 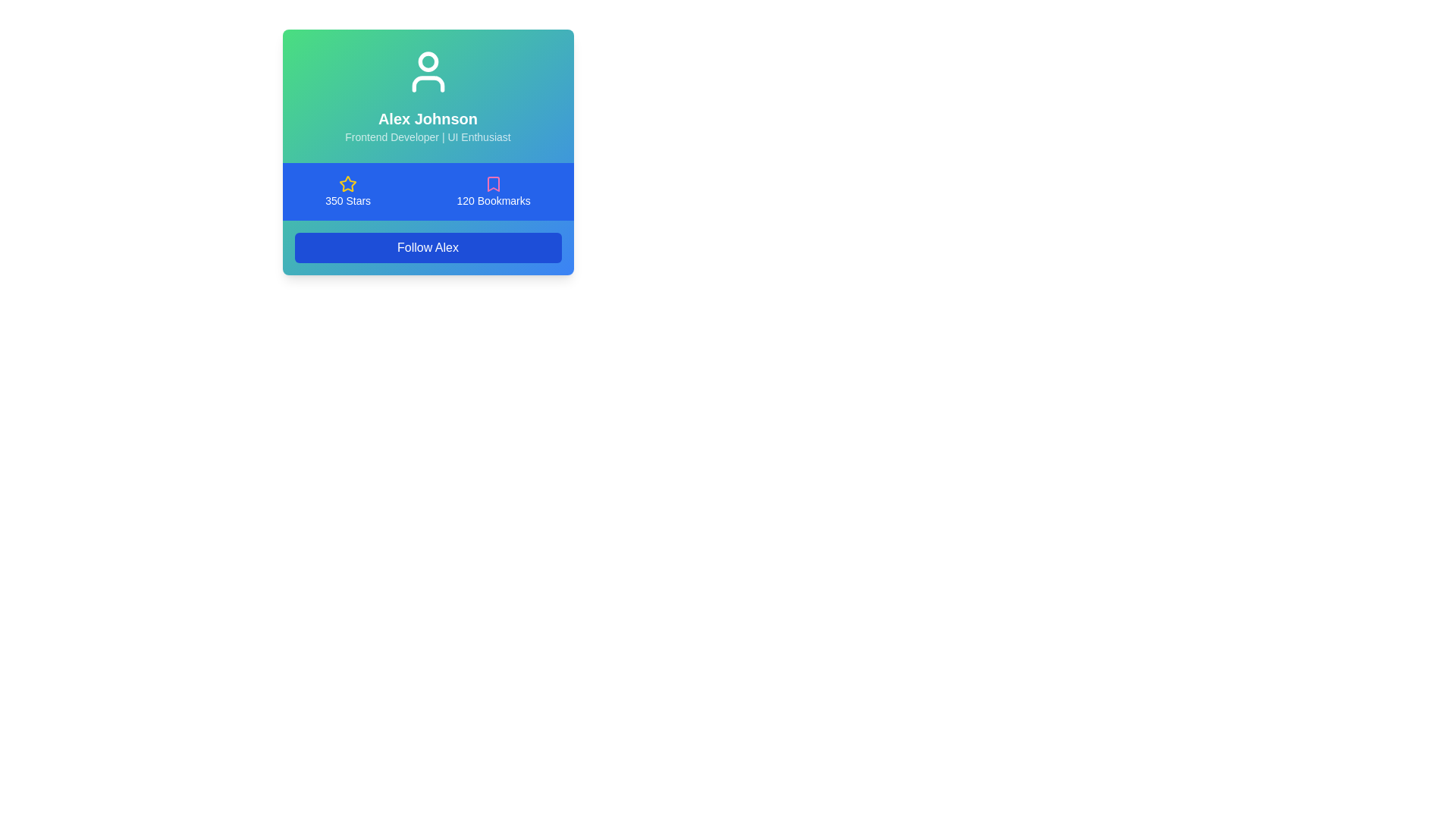 I want to click on the text label displaying '350 Stars' which is styled with a blue background and positioned underneath a star icon, so click(x=347, y=200).